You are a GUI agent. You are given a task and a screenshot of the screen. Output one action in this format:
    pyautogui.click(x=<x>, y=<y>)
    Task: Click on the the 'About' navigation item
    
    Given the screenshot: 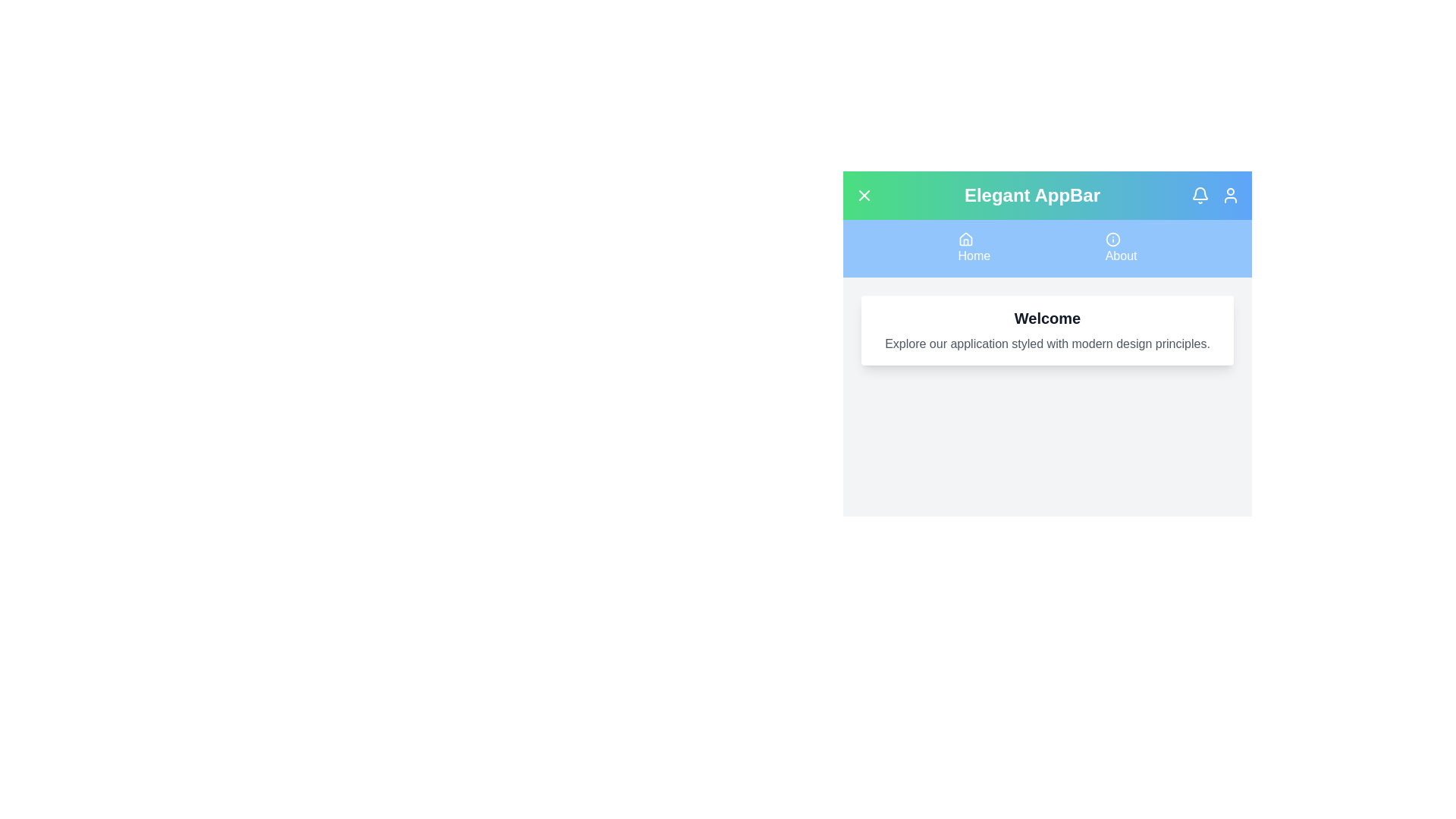 What is the action you would take?
    pyautogui.click(x=1121, y=247)
    